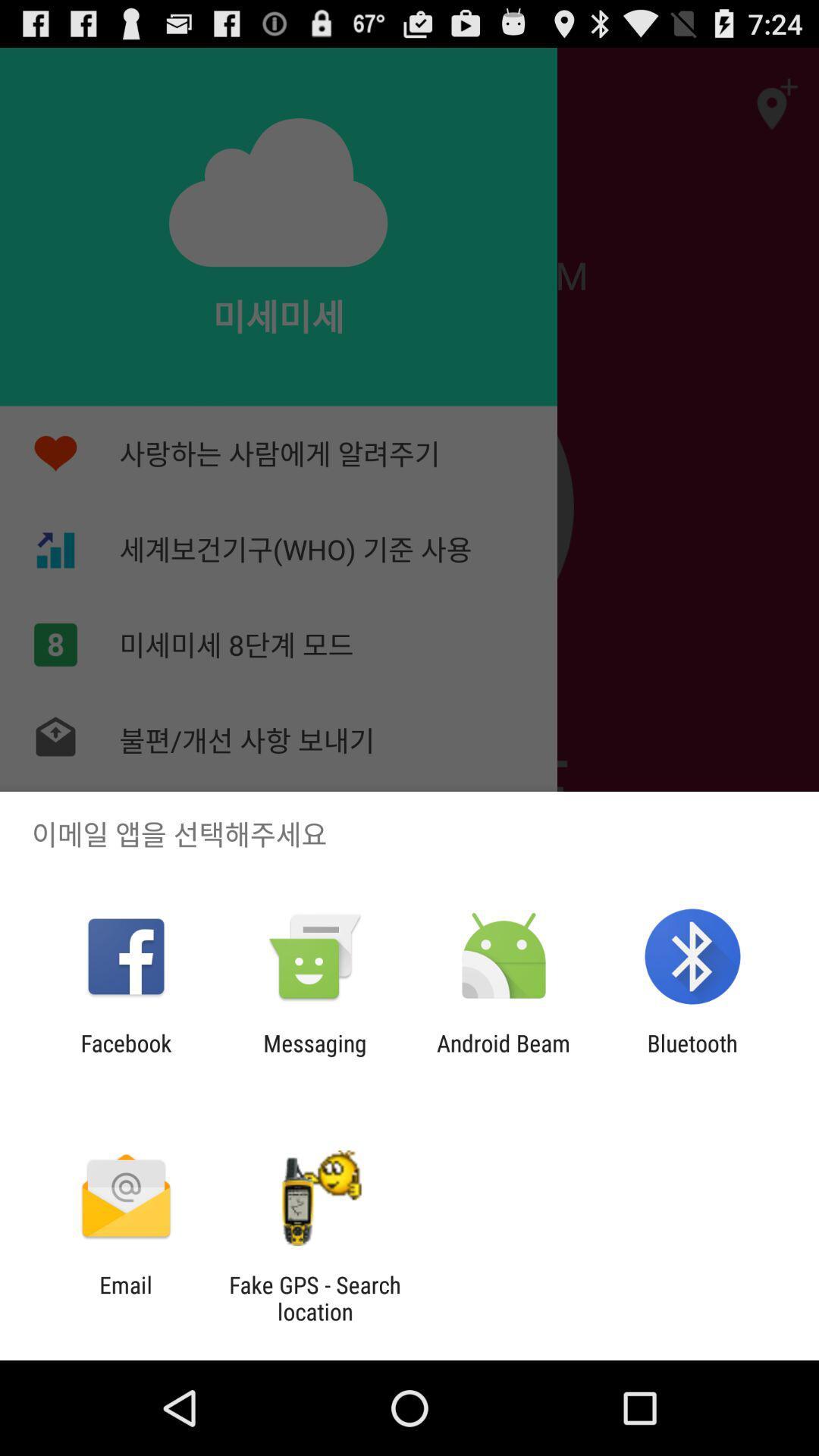 Image resolution: width=819 pixels, height=1456 pixels. I want to click on the android beam, so click(504, 1056).